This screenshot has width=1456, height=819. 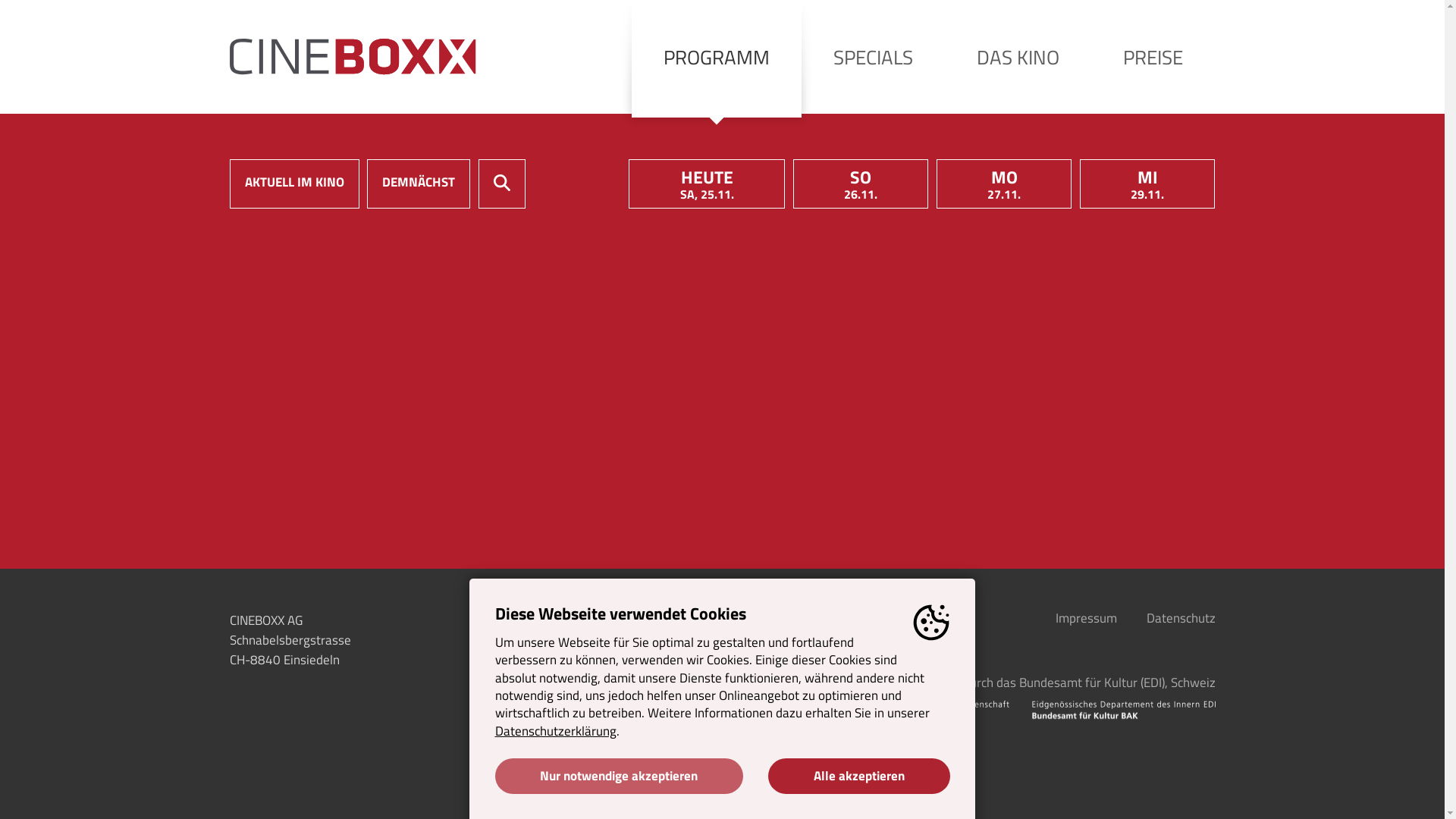 I want to click on 'AKTUELL IM KINO', so click(x=228, y=183).